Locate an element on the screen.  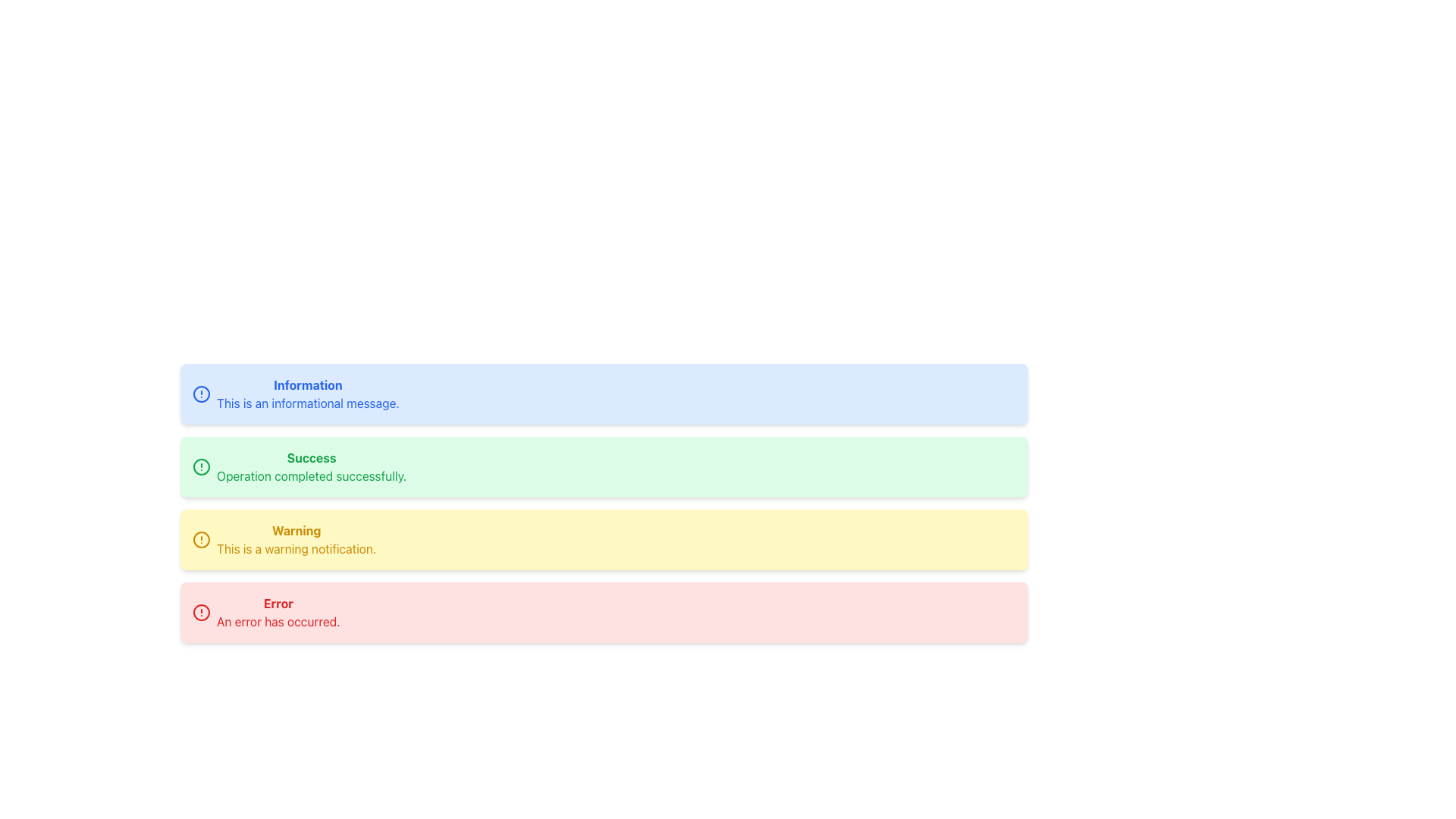
warning notification text that says 'This is a warning notification.' which is displayed in orange/yellow against a yellow background within the notification card is located at coordinates (297, 549).